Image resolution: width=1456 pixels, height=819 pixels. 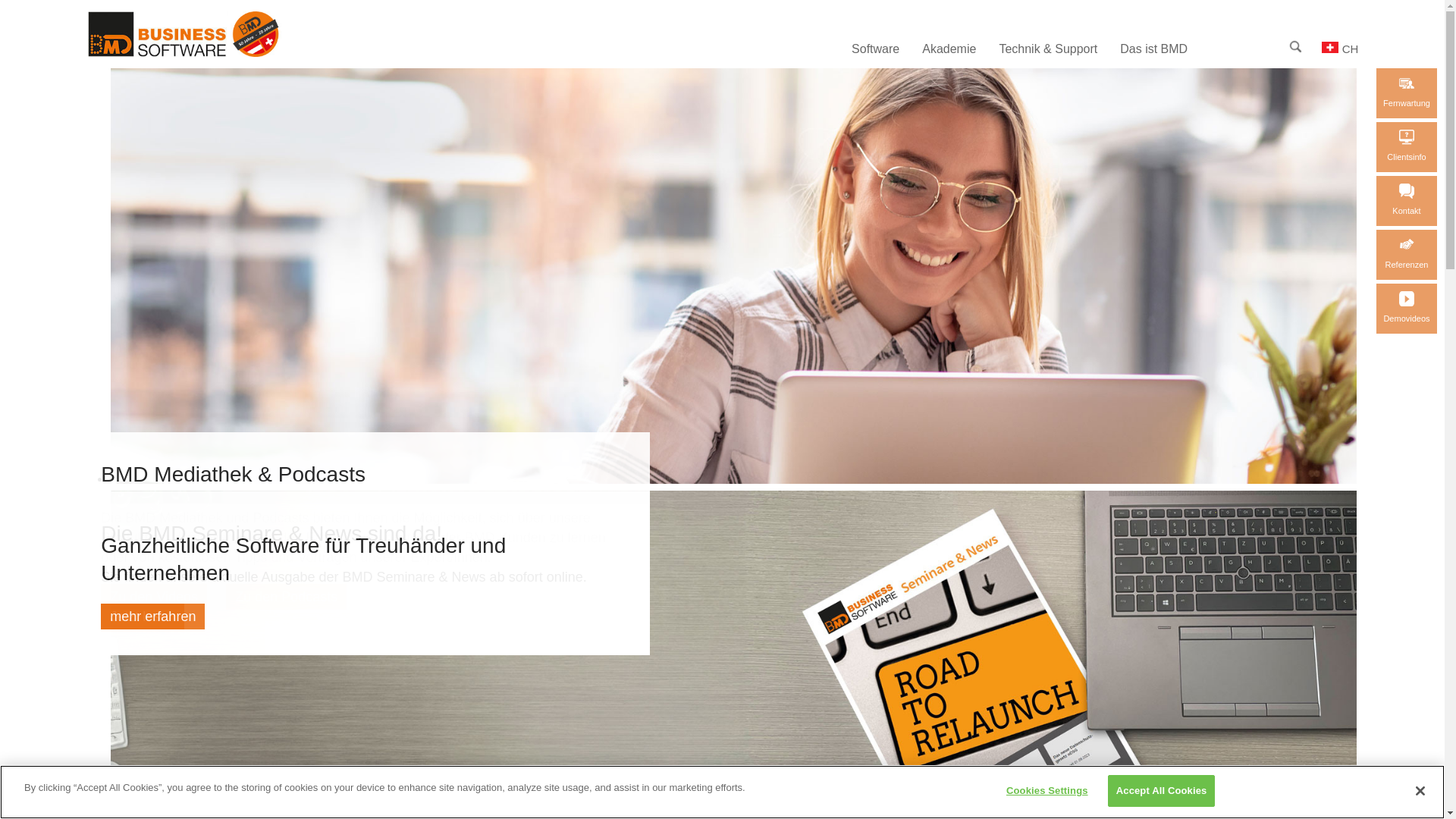 What do you see at coordinates (948, 49) in the screenshot?
I see `'Akademie'` at bounding box center [948, 49].